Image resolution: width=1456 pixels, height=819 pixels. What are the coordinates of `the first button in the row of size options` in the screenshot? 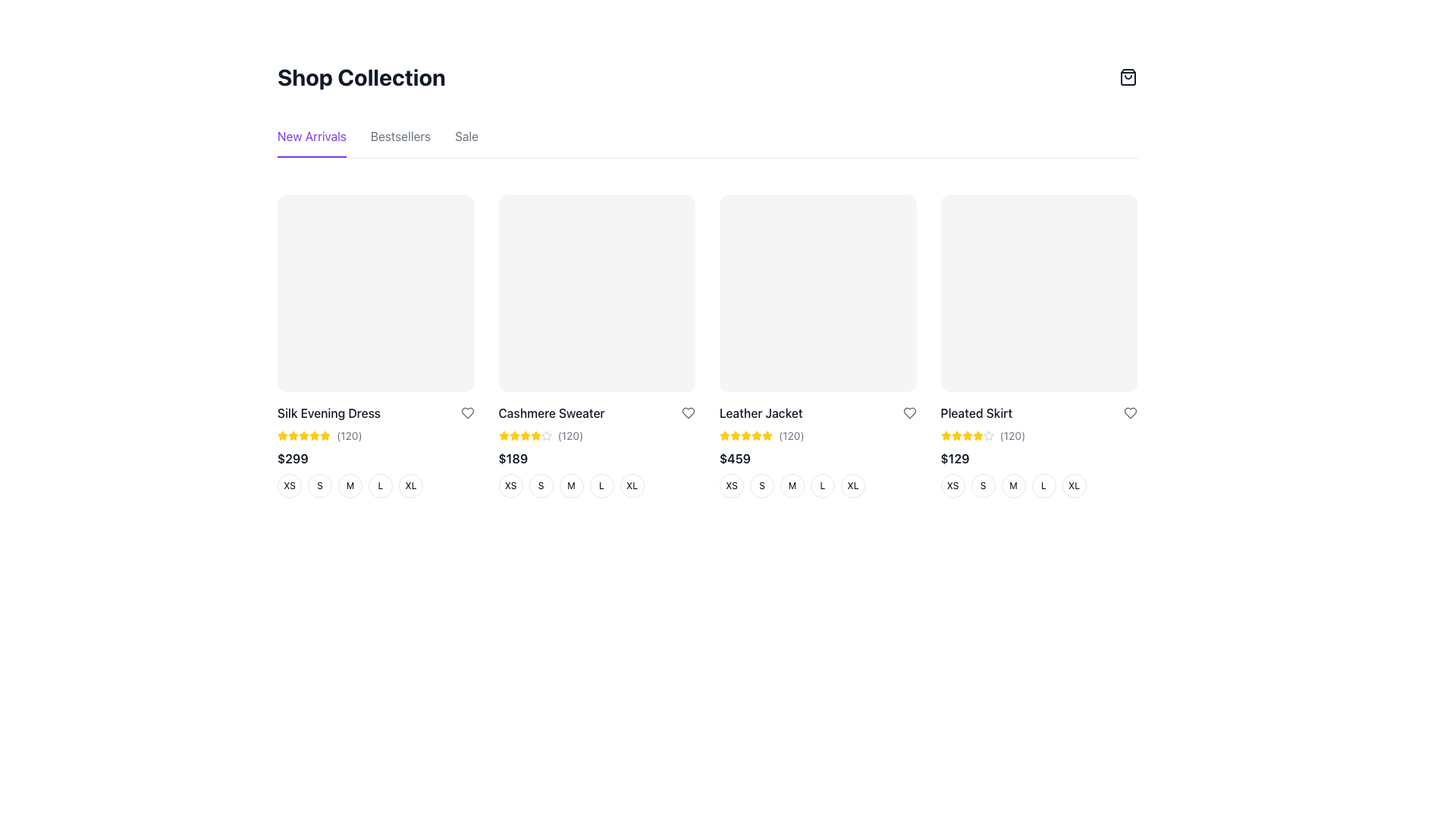 It's located at (290, 485).